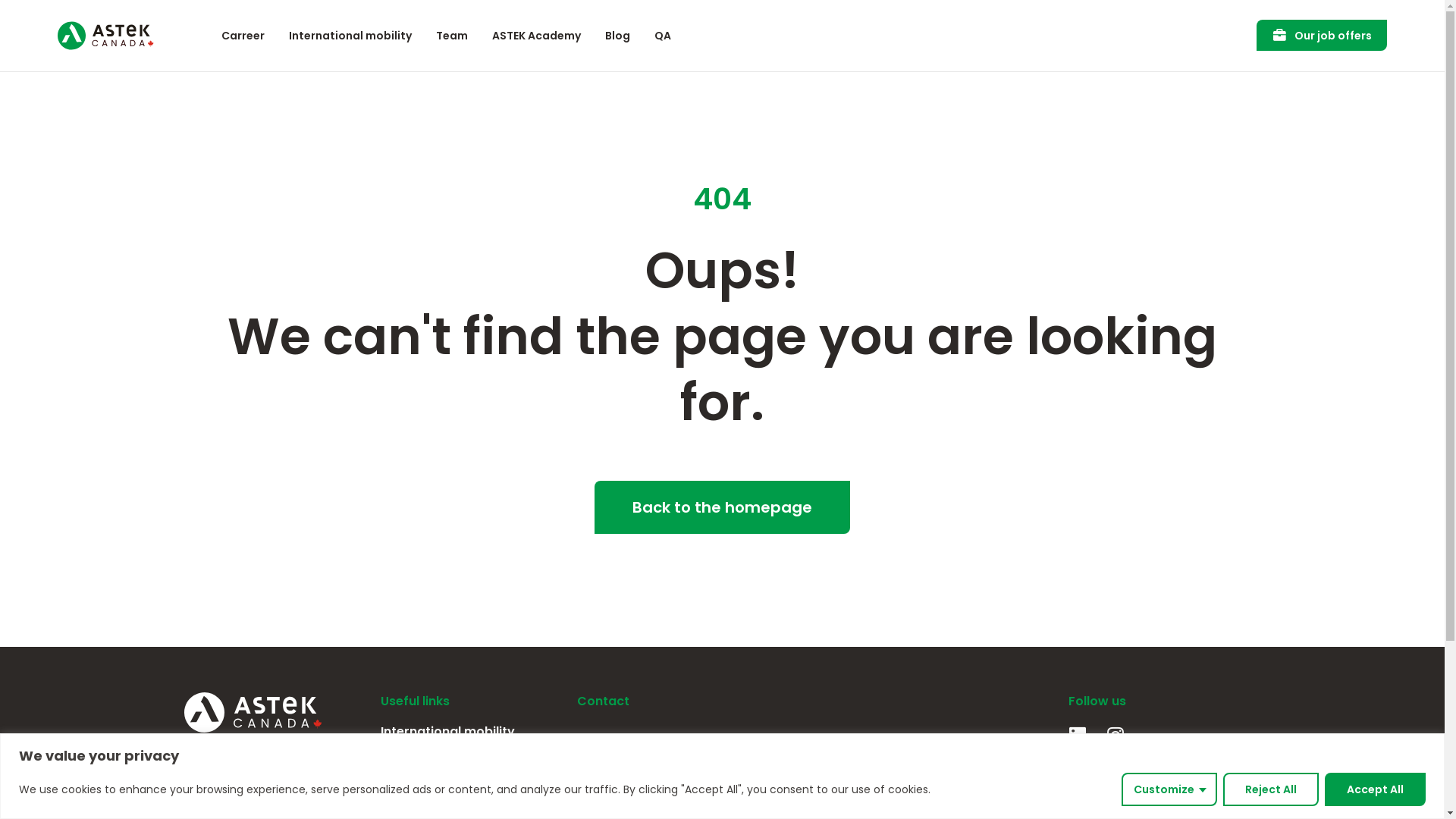  Describe the element at coordinates (593, 507) in the screenshot. I see `'Back to the homepage'` at that location.